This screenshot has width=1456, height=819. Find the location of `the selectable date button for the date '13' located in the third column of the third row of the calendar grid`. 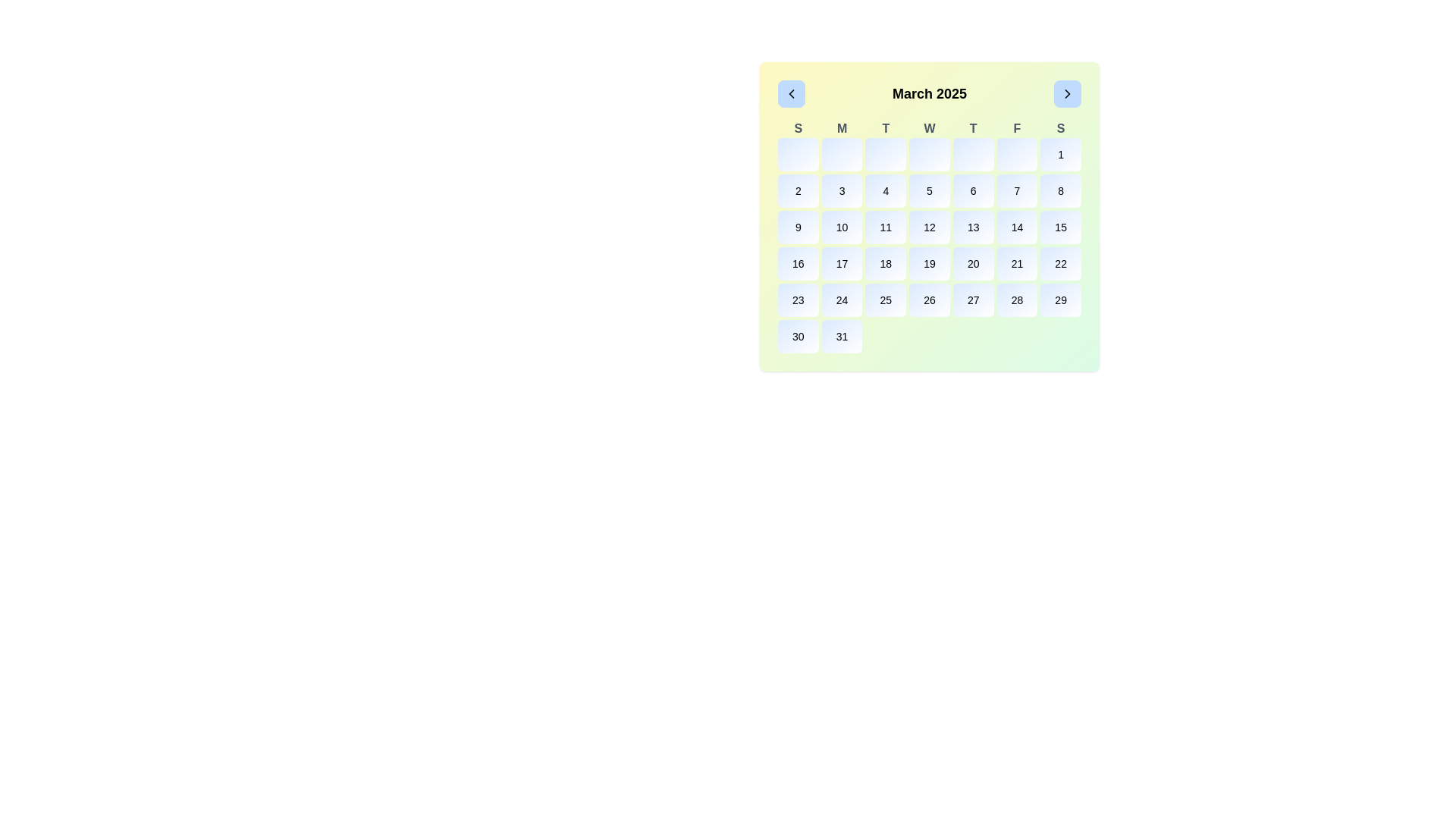

the selectable date button for the date '13' located in the third column of the third row of the calendar grid is located at coordinates (973, 227).